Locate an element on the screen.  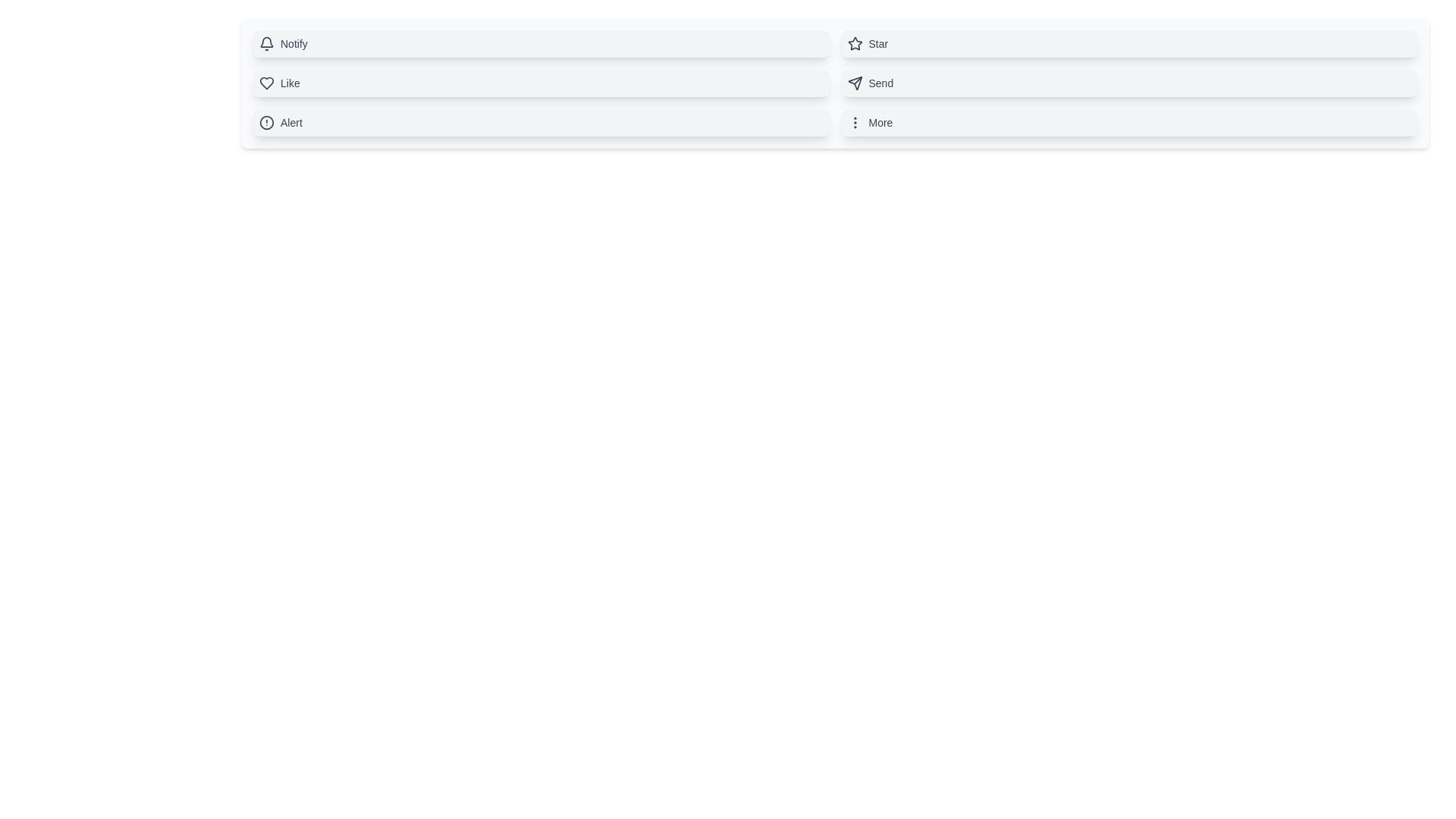
the notification icon, which is part of a bell-shaped icon located at the top-left corner of the interface within the first item in a vertical list of options is located at coordinates (266, 41).